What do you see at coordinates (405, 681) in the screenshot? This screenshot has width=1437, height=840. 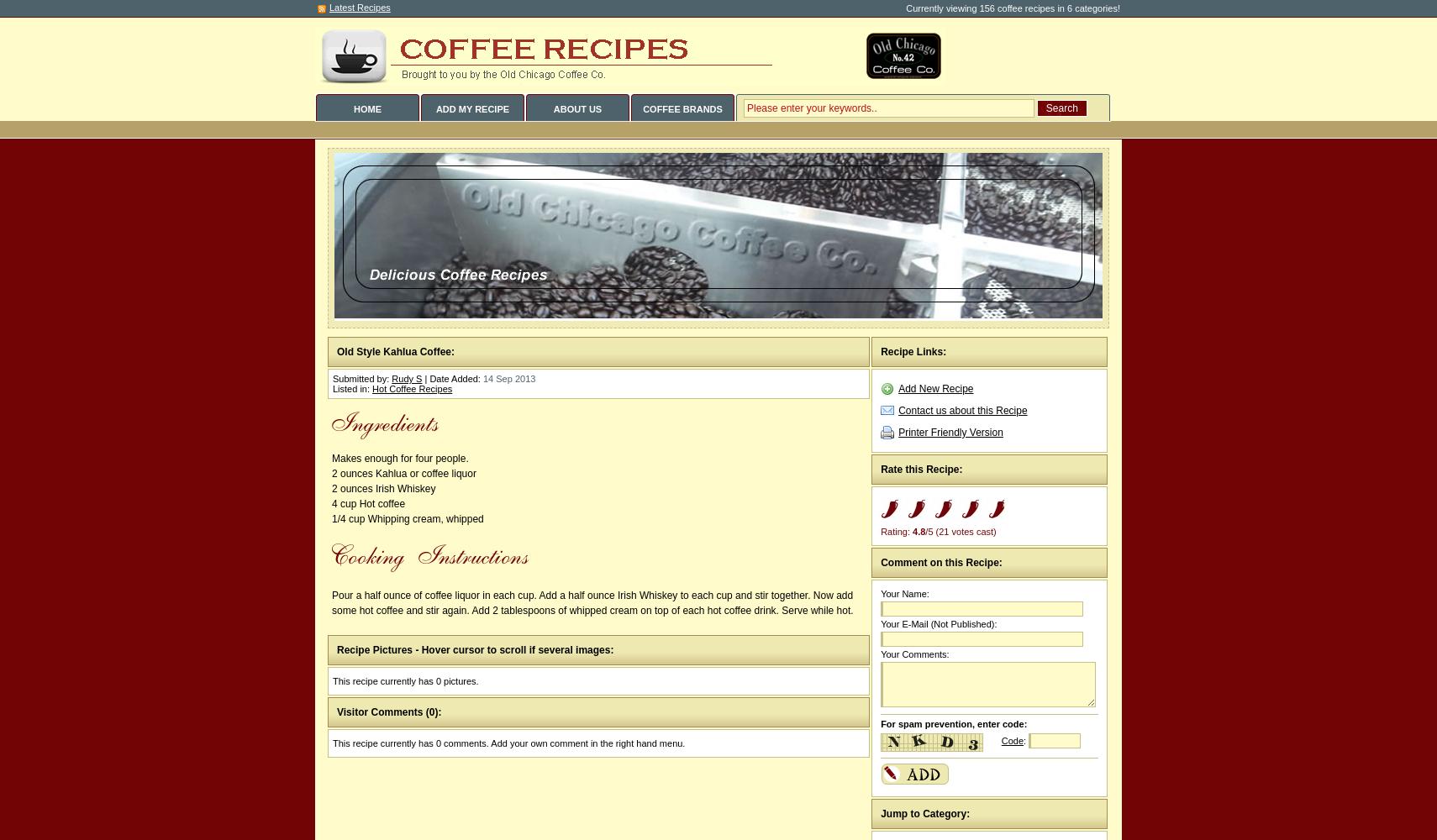 I see `'This recipe currently has 0 pictures.'` at bounding box center [405, 681].